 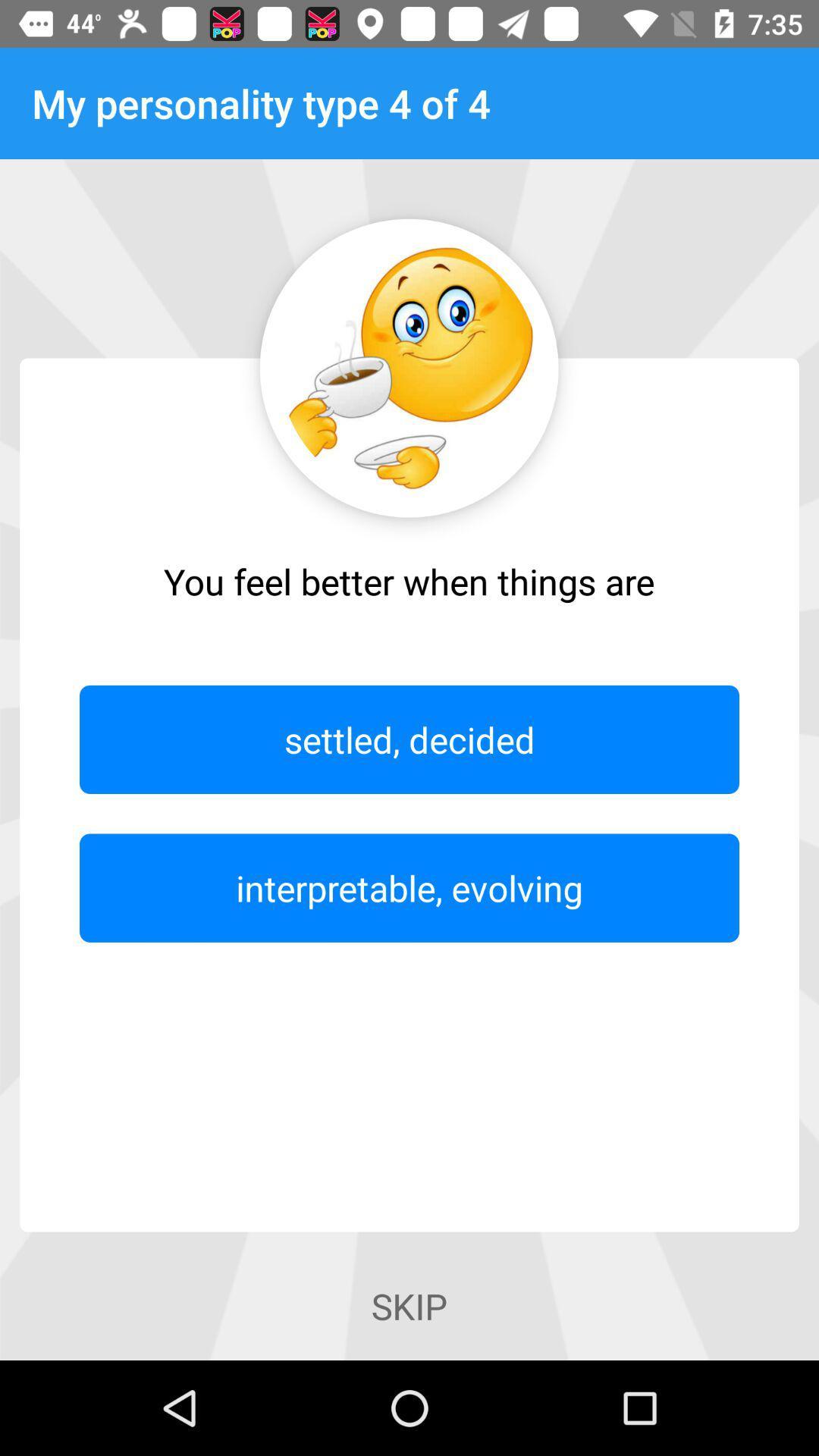 I want to click on the settled, decided, so click(x=409, y=739).